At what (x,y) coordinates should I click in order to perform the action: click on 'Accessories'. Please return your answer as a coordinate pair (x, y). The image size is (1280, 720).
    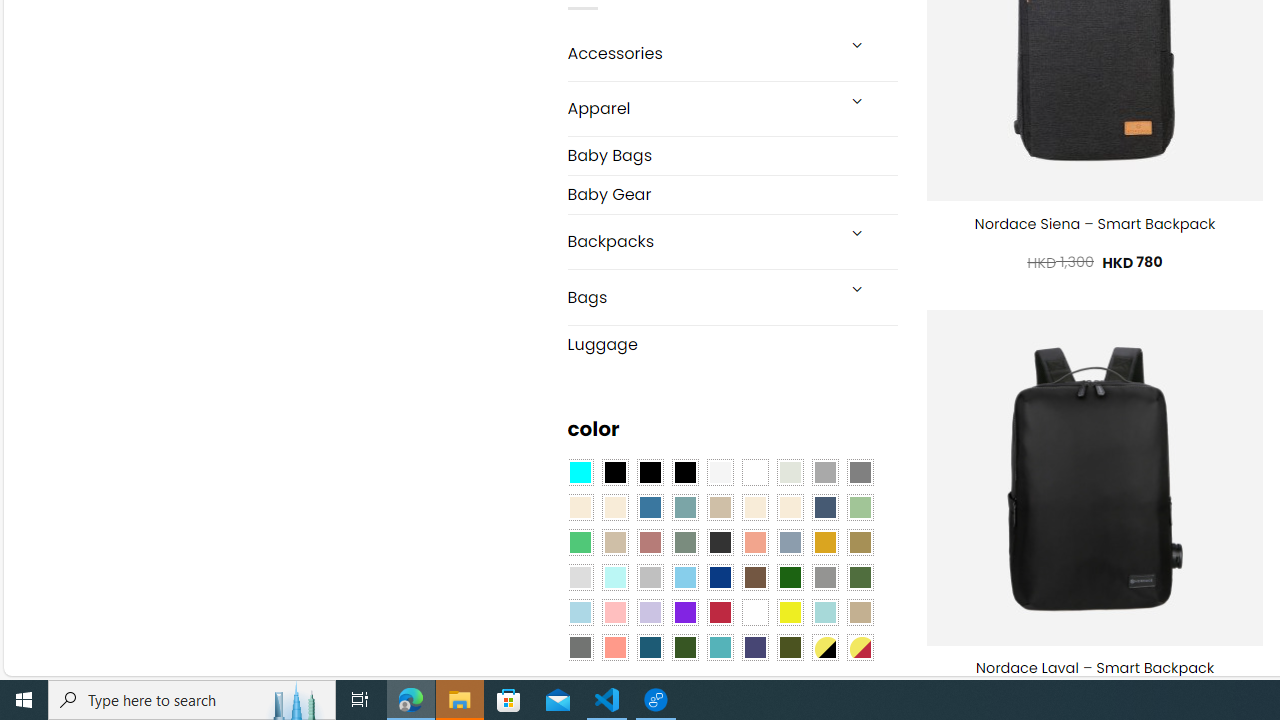
    Looking at the image, I should click on (700, 52).